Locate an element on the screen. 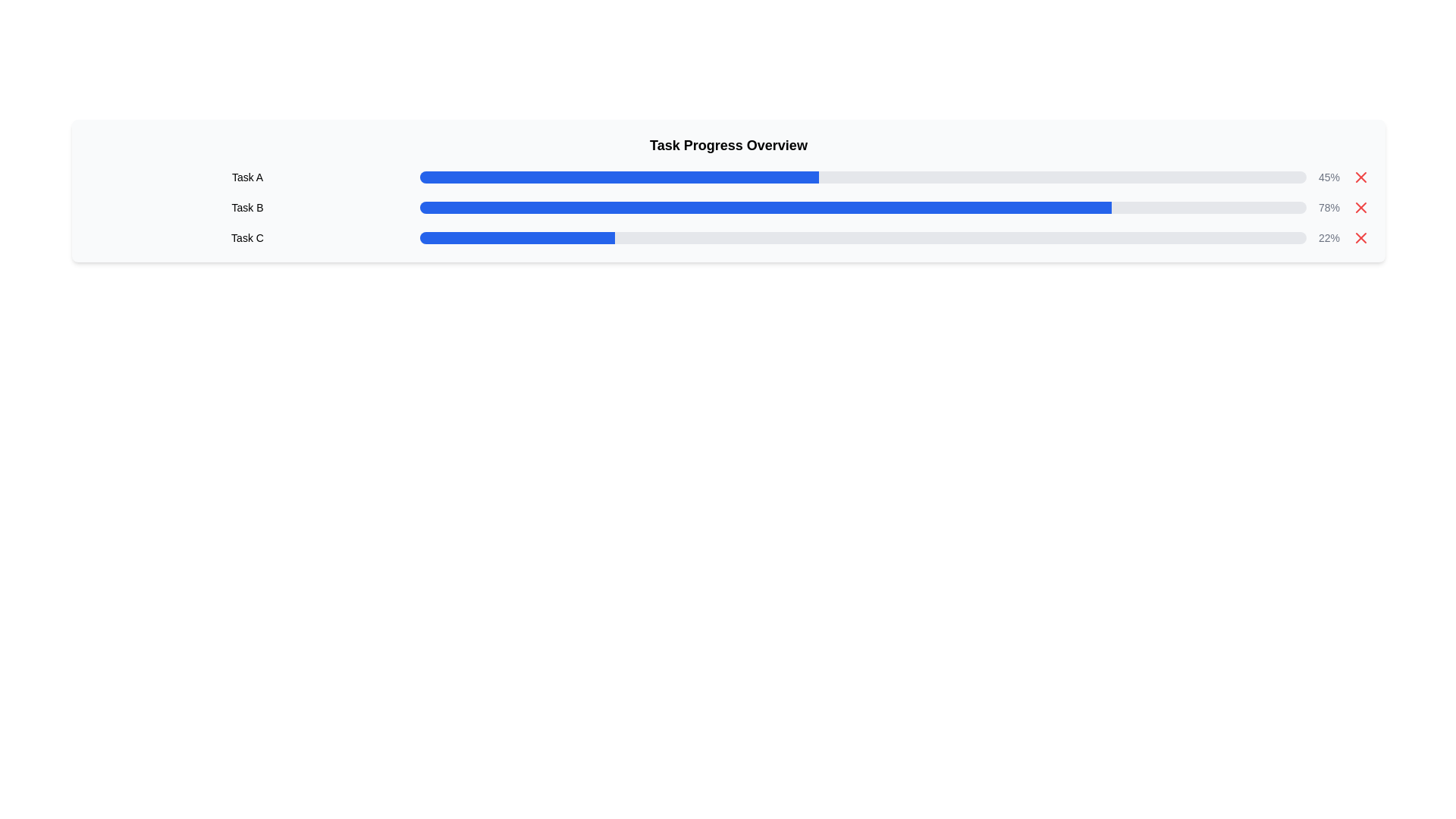 Image resolution: width=1456 pixels, height=819 pixels. the filled portion of the progress bar segment associated with 'Task C' is located at coordinates (517, 237).